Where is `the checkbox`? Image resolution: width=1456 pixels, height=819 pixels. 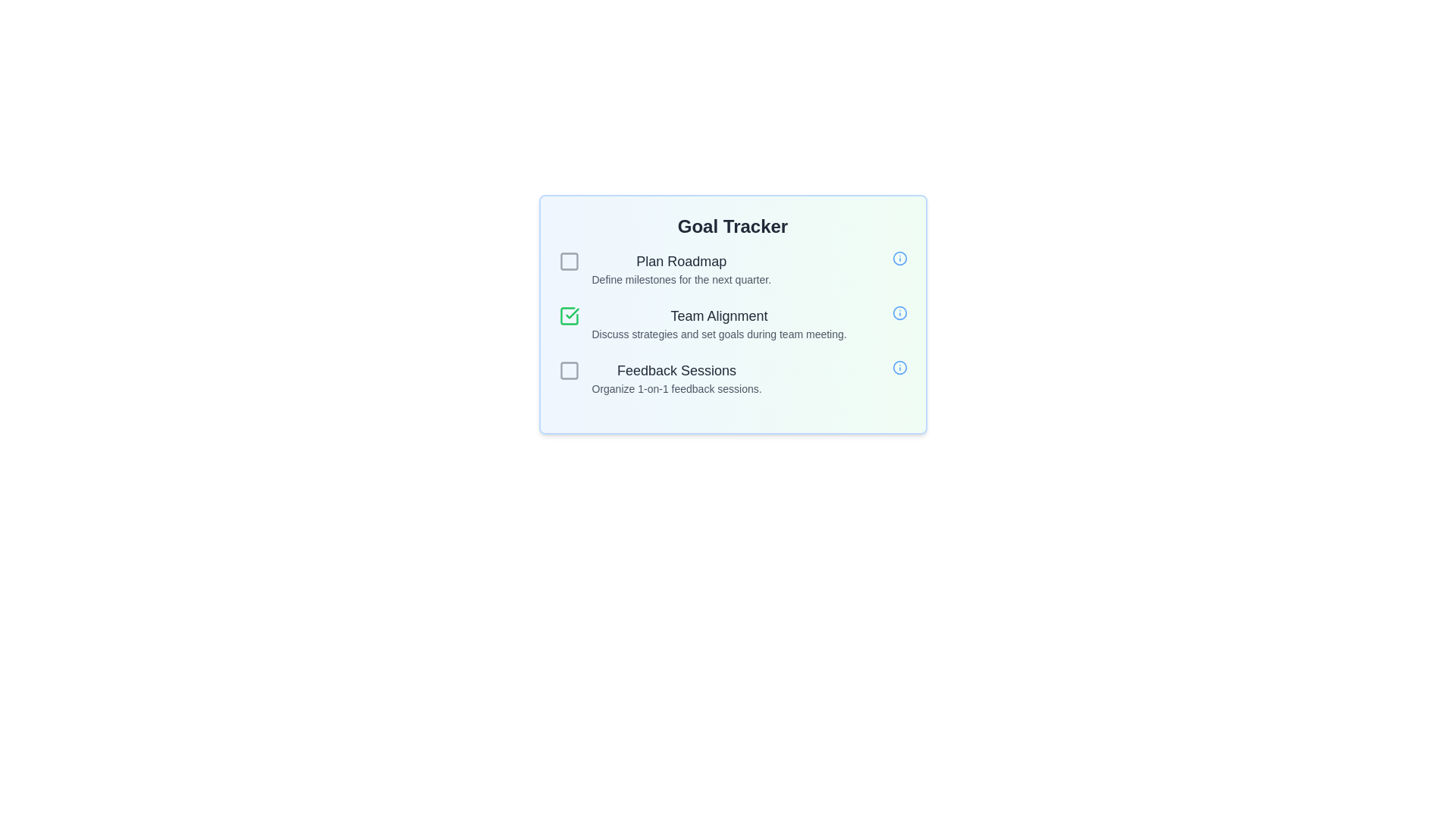 the checkbox is located at coordinates (568, 371).